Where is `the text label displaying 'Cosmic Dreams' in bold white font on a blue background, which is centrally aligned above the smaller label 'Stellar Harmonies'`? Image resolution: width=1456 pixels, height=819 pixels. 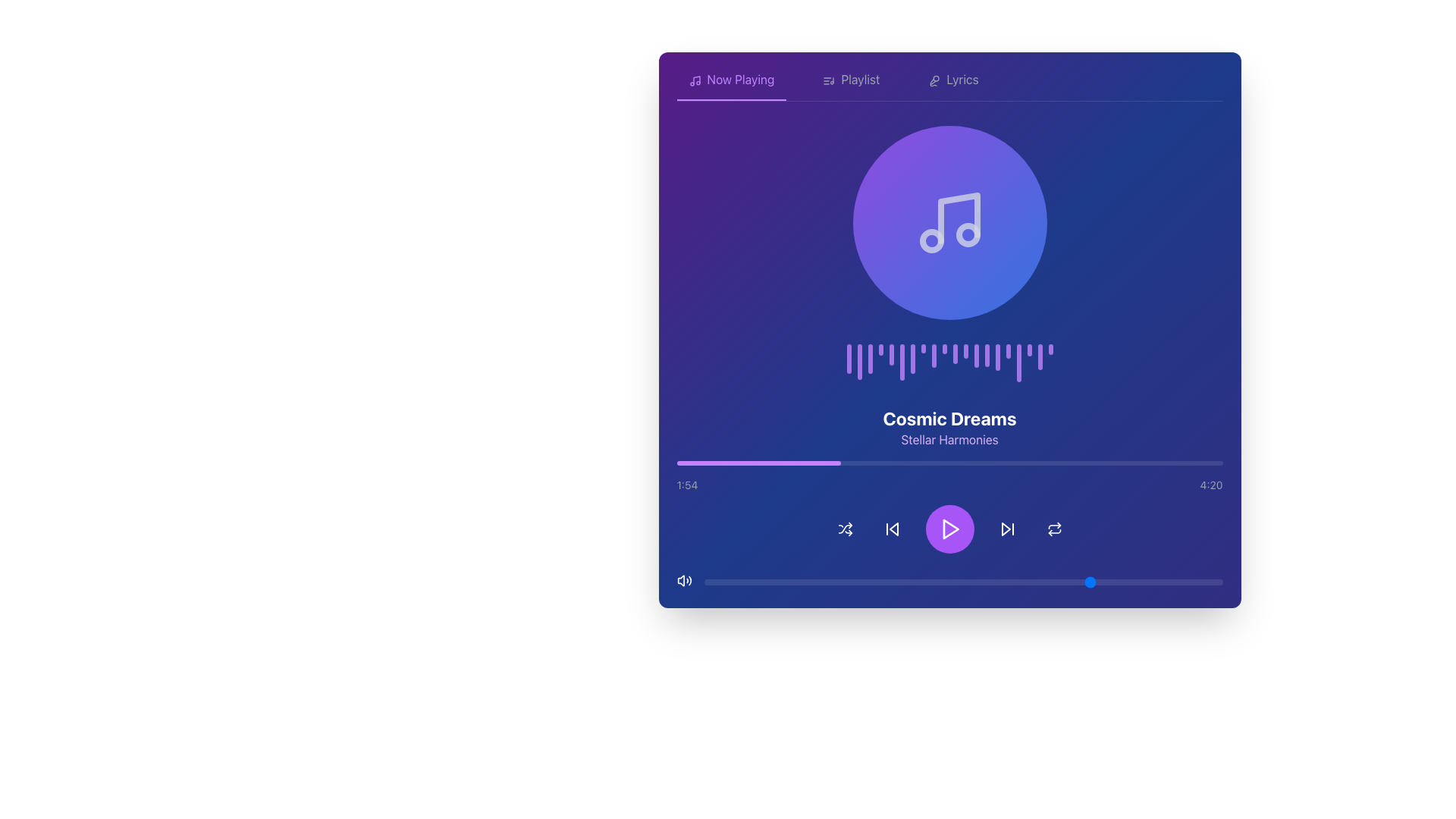
the text label displaying 'Cosmic Dreams' in bold white font on a blue background, which is centrally aligned above the smaller label 'Stellar Harmonies' is located at coordinates (949, 418).